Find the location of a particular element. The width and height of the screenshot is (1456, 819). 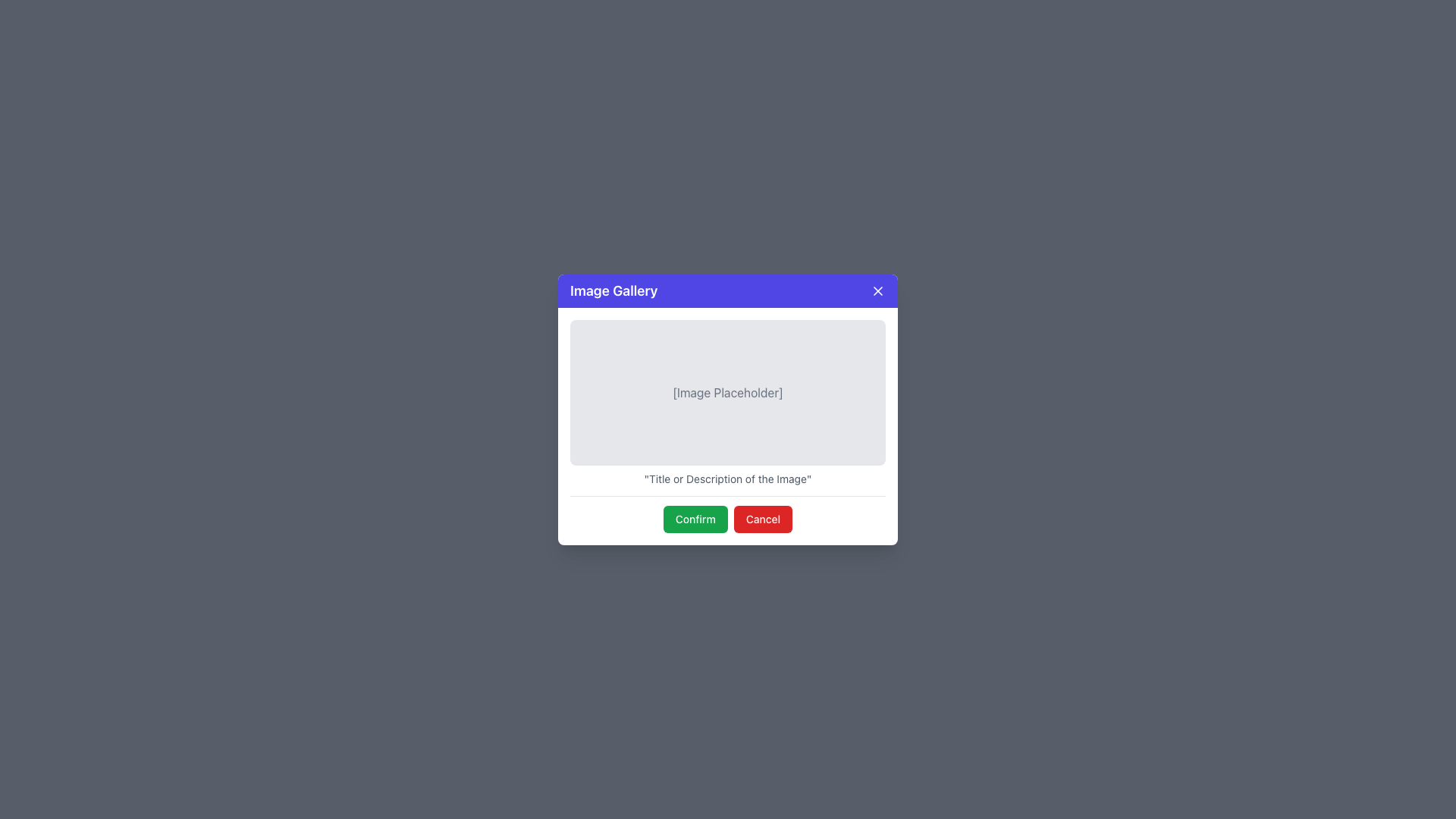

descriptive text located within the modal titled 'Image Gallery', positioned at the bottom of the placeholder image is located at coordinates (728, 479).